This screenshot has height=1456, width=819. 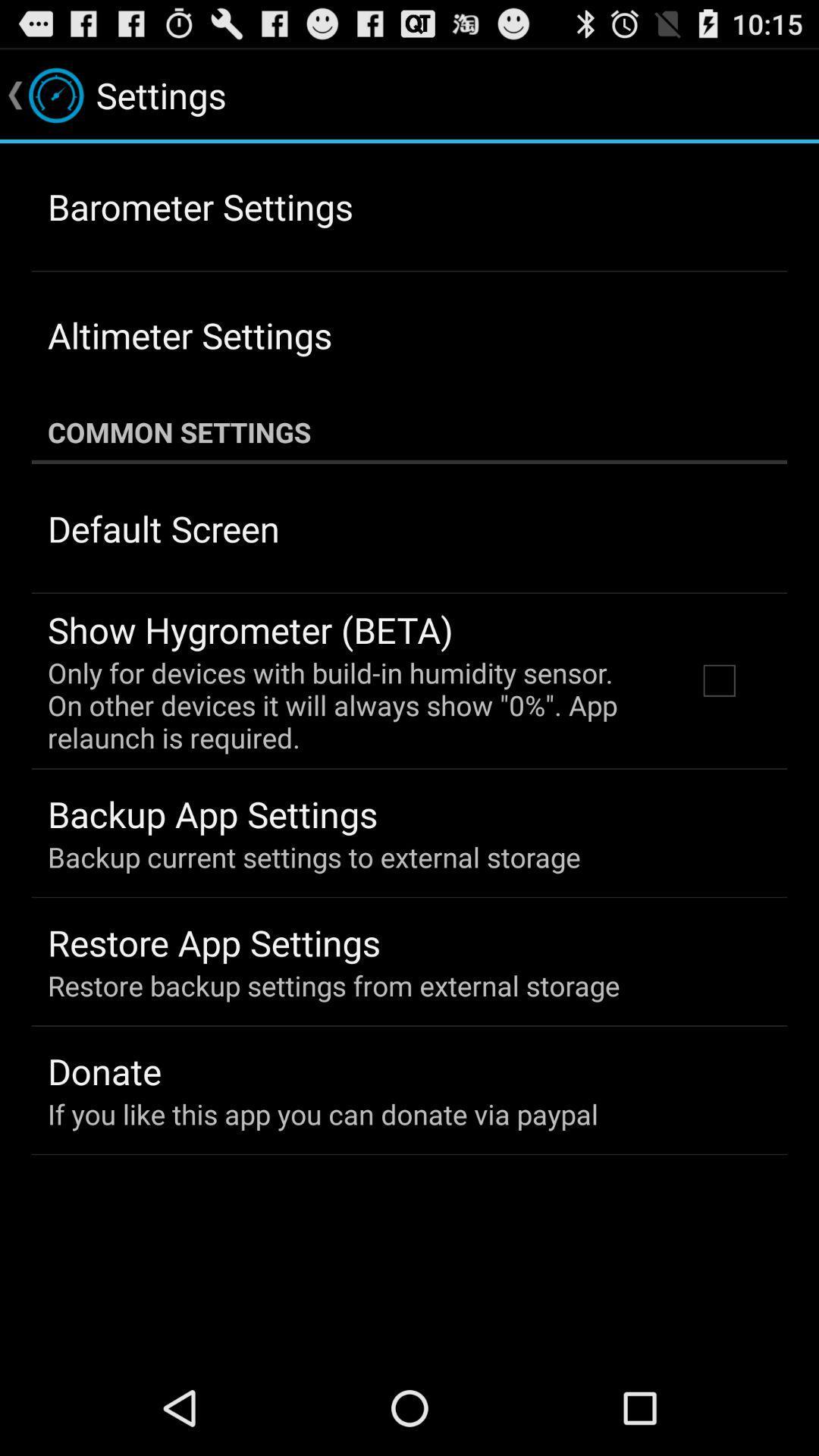 I want to click on app above the common settings item, so click(x=189, y=334).